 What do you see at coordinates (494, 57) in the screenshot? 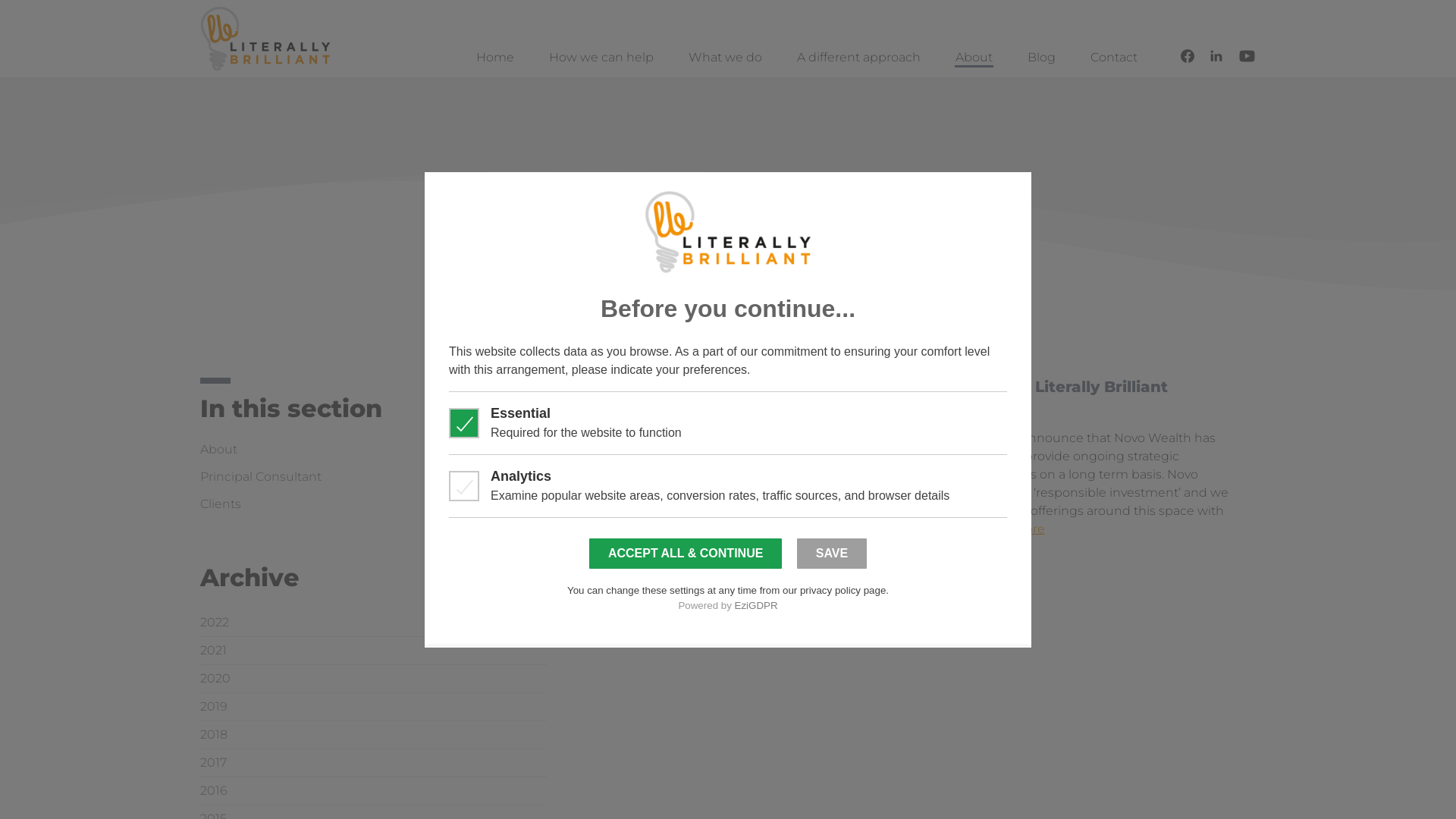
I see `'Home'` at bounding box center [494, 57].